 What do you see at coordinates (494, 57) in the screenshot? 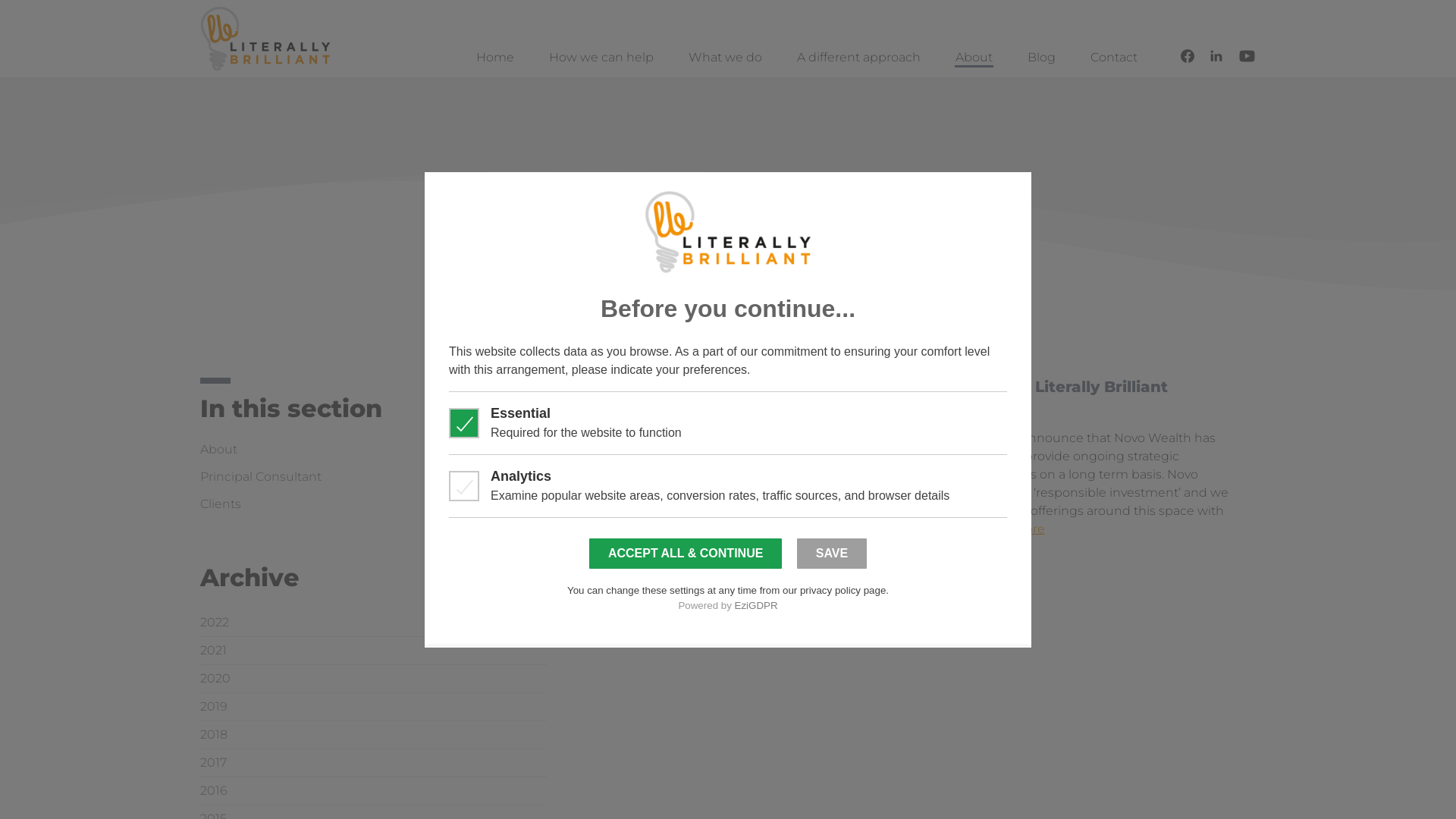
I see `'Home'` at bounding box center [494, 57].